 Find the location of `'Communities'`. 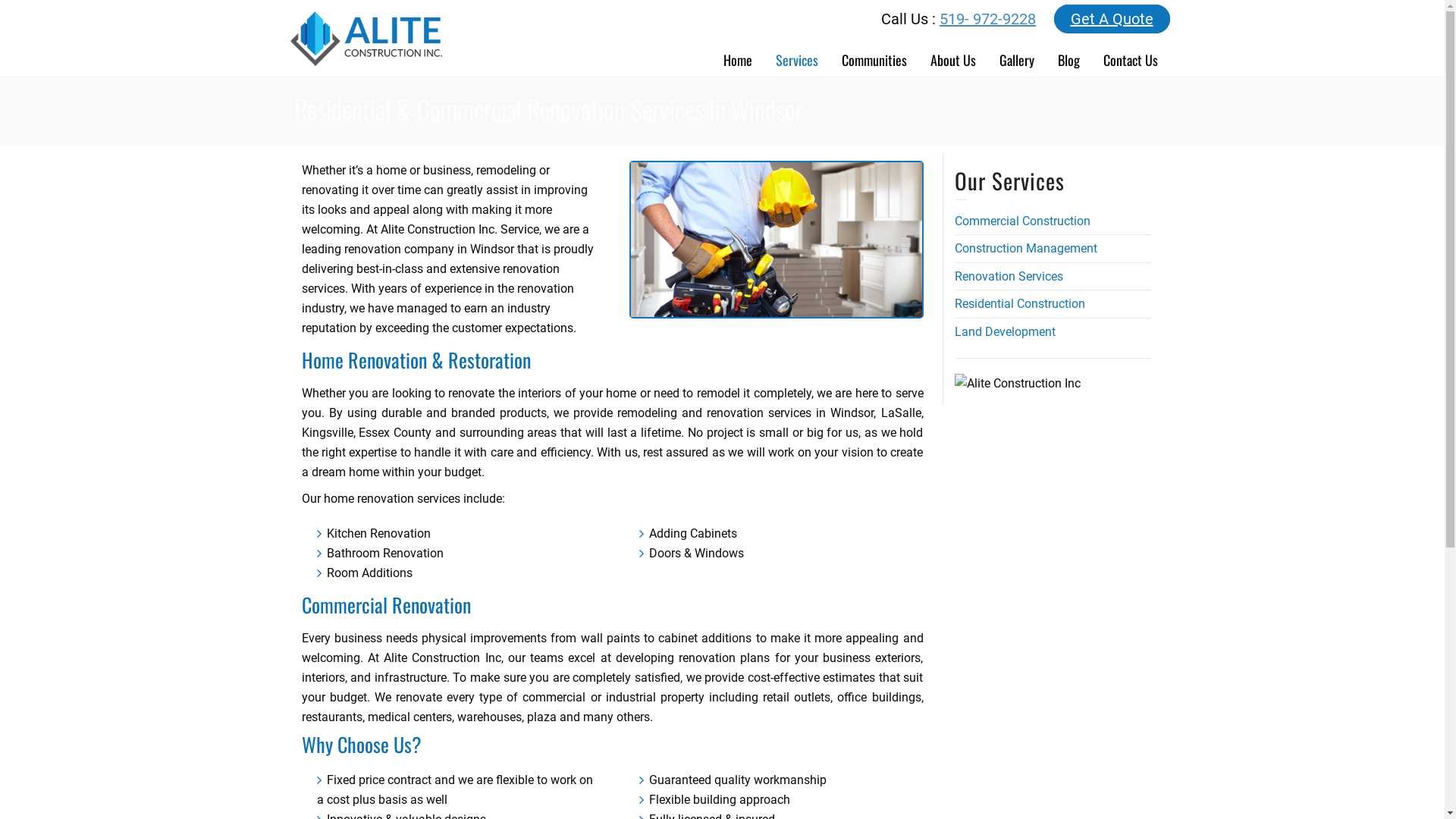

'Communities' is located at coordinates (874, 54).